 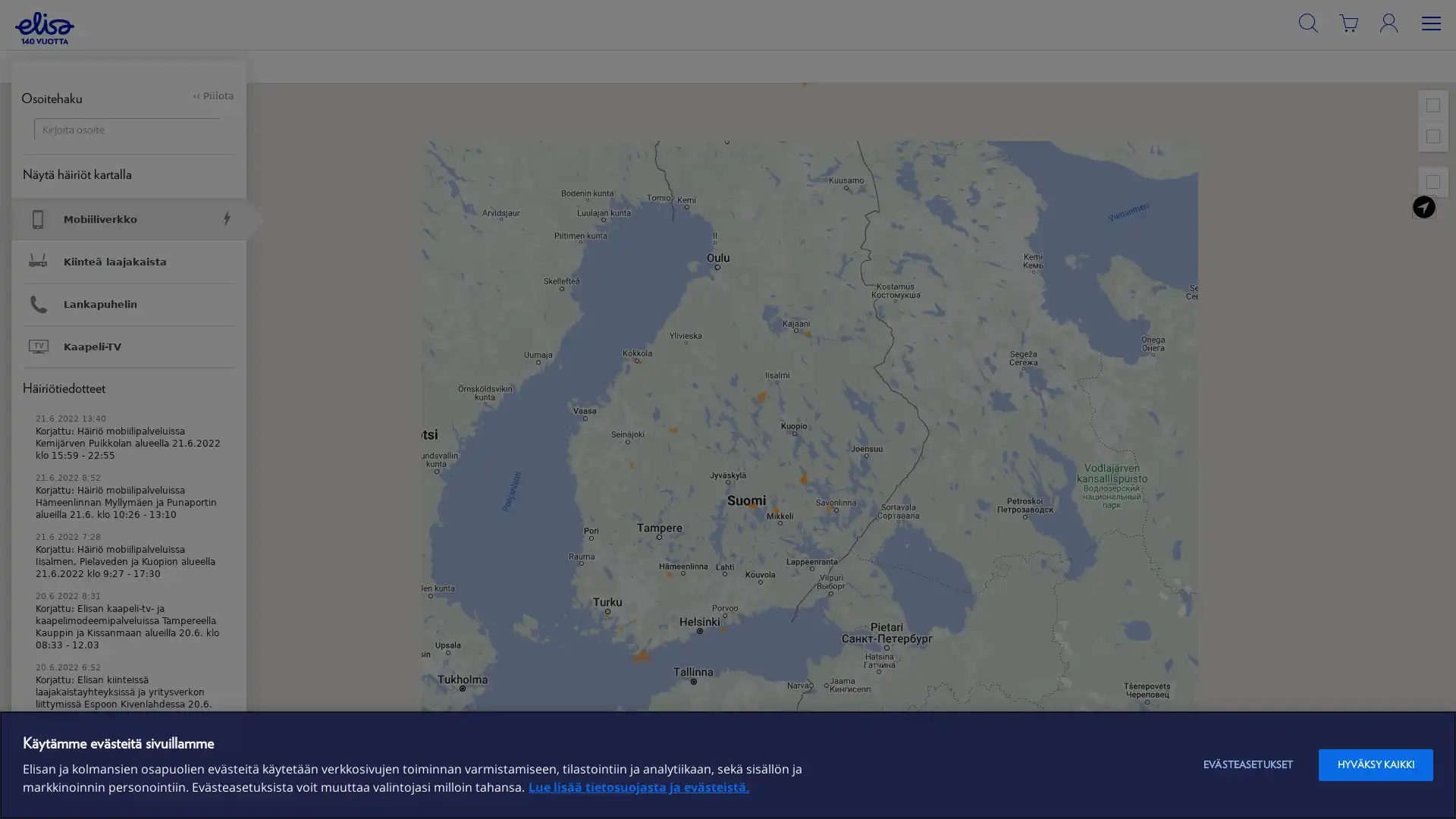 I want to click on Jatka ostoksia, so click(x=377, y=171).